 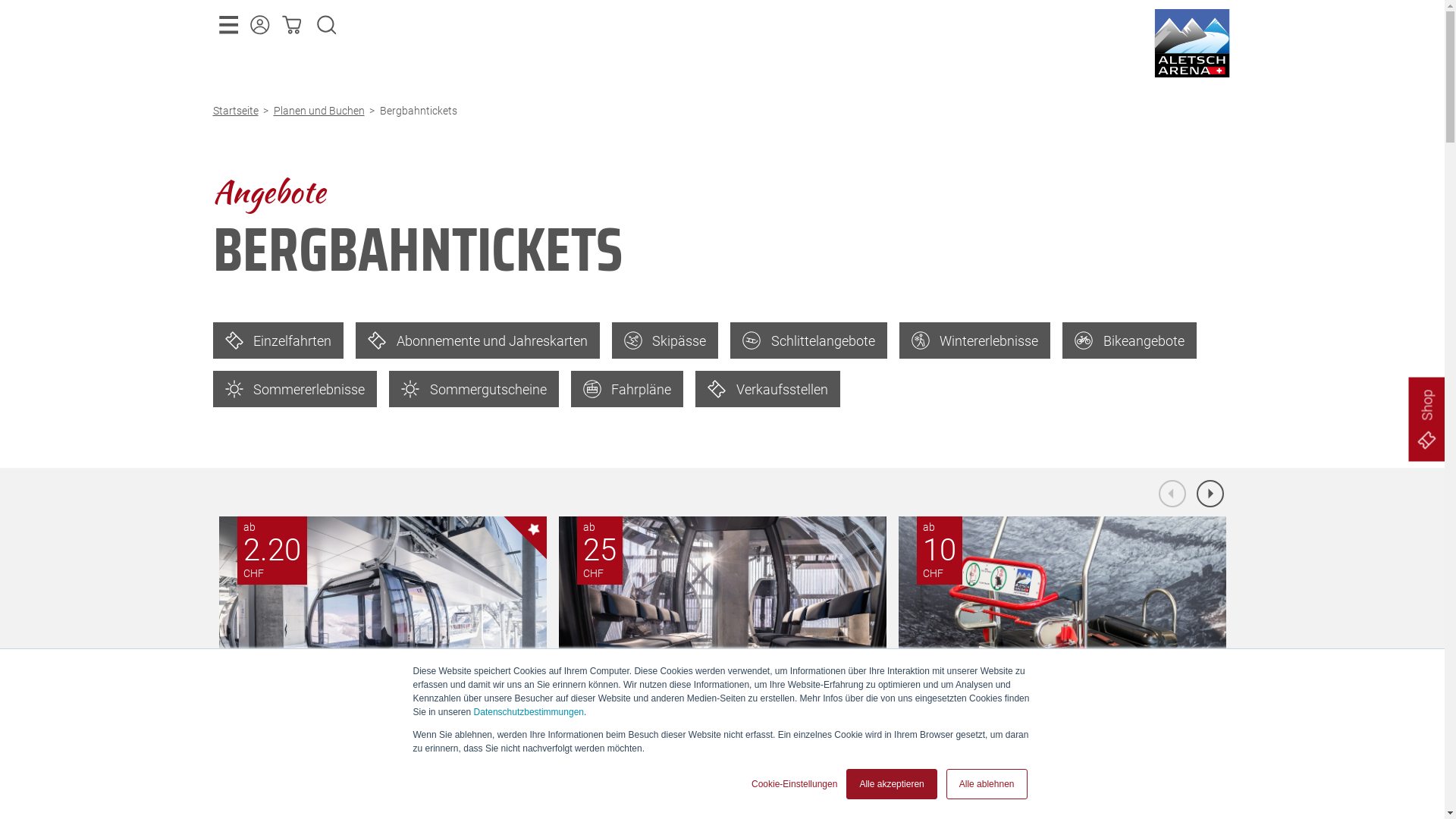 What do you see at coordinates (767, 388) in the screenshot?
I see `'Verkaufsstellen'` at bounding box center [767, 388].